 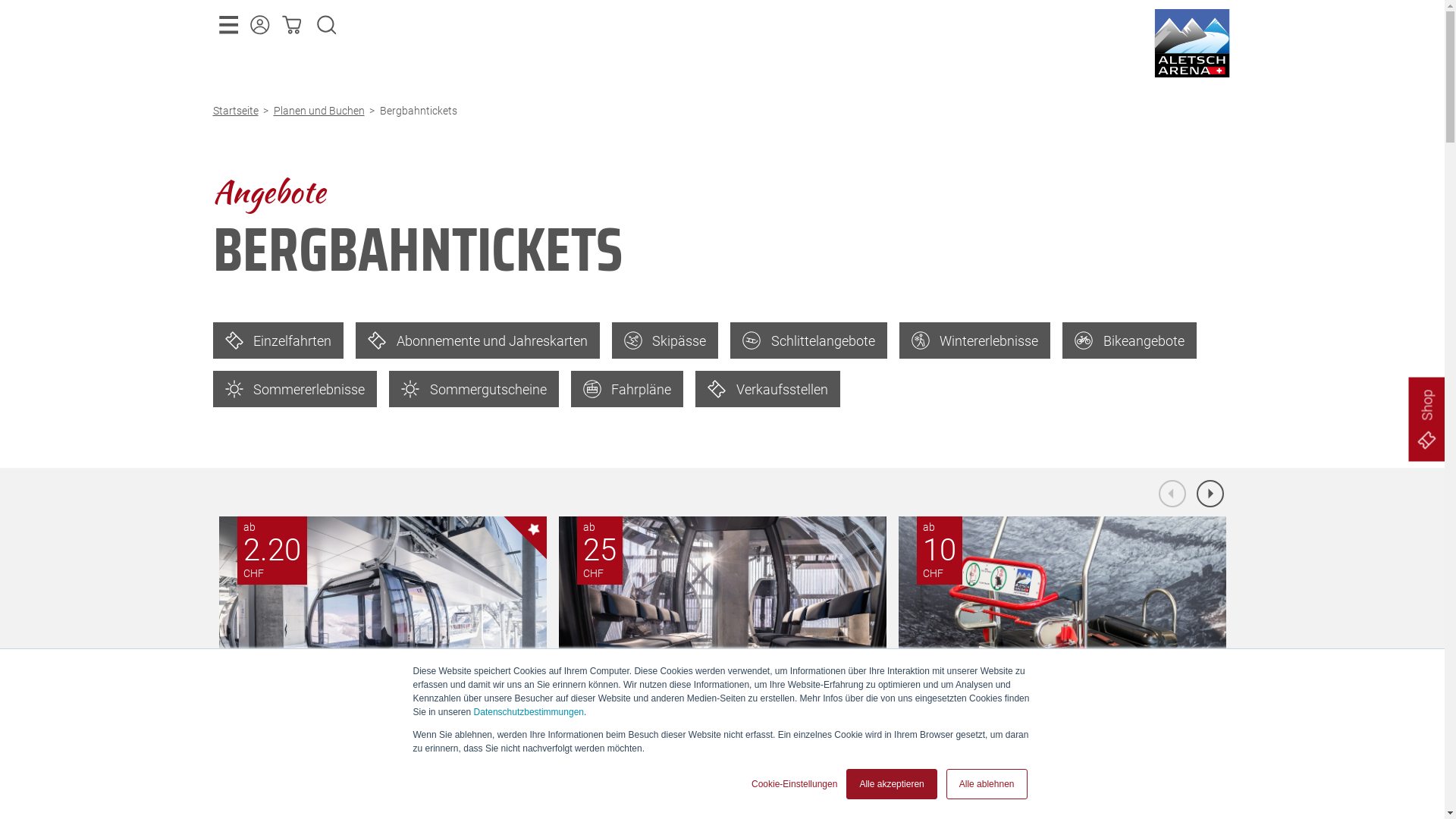 What do you see at coordinates (767, 388) in the screenshot?
I see `'Verkaufsstellen'` at bounding box center [767, 388].